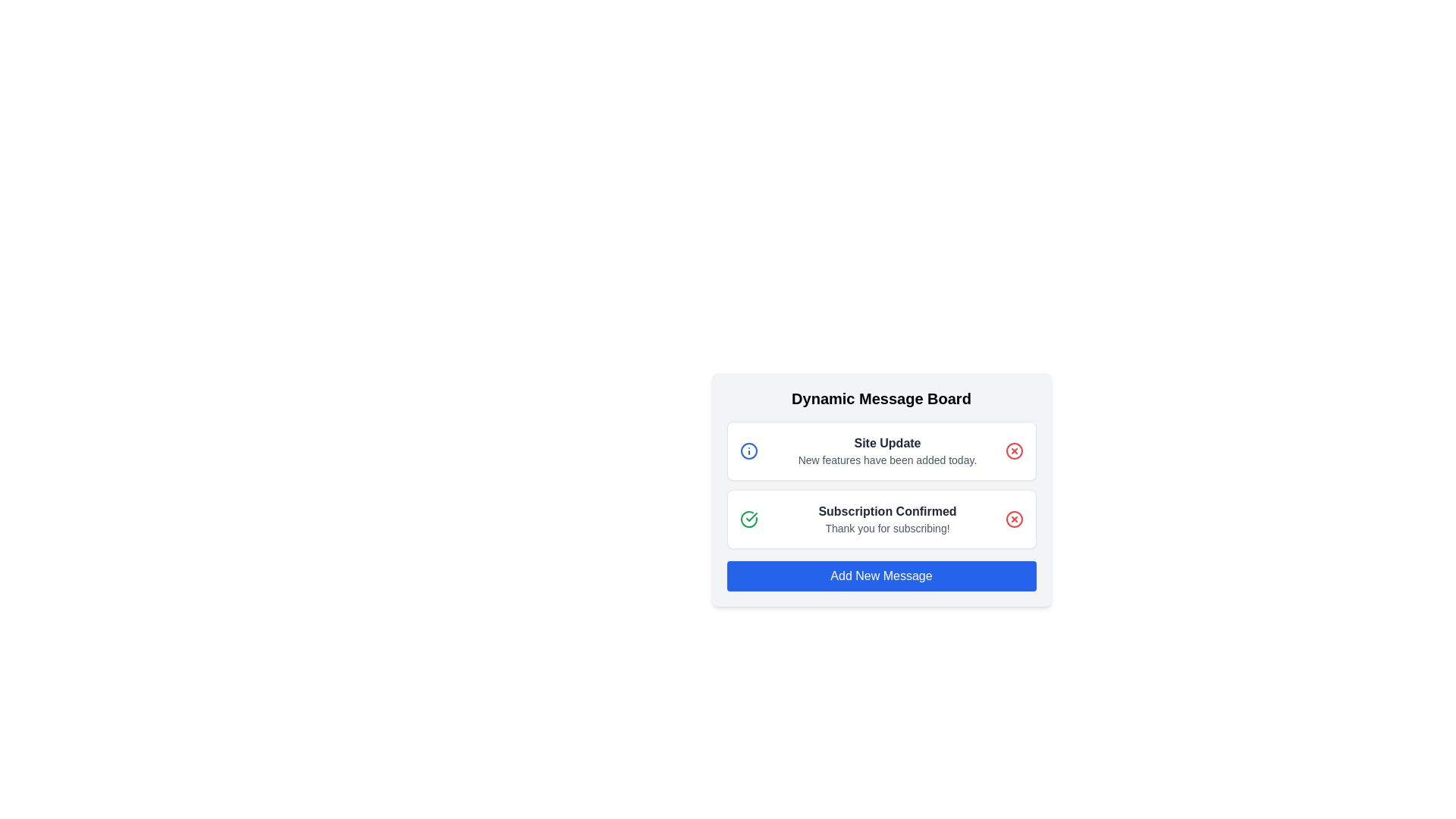 The width and height of the screenshot is (1456, 819). Describe the element at coordinates (887, 512) in the screenshot. I see `the bold, dark gray text element that displays 'Subscription Confirmed', which is located within a card-like section above a smaller text and below an 'Add New Message' button` at that location.